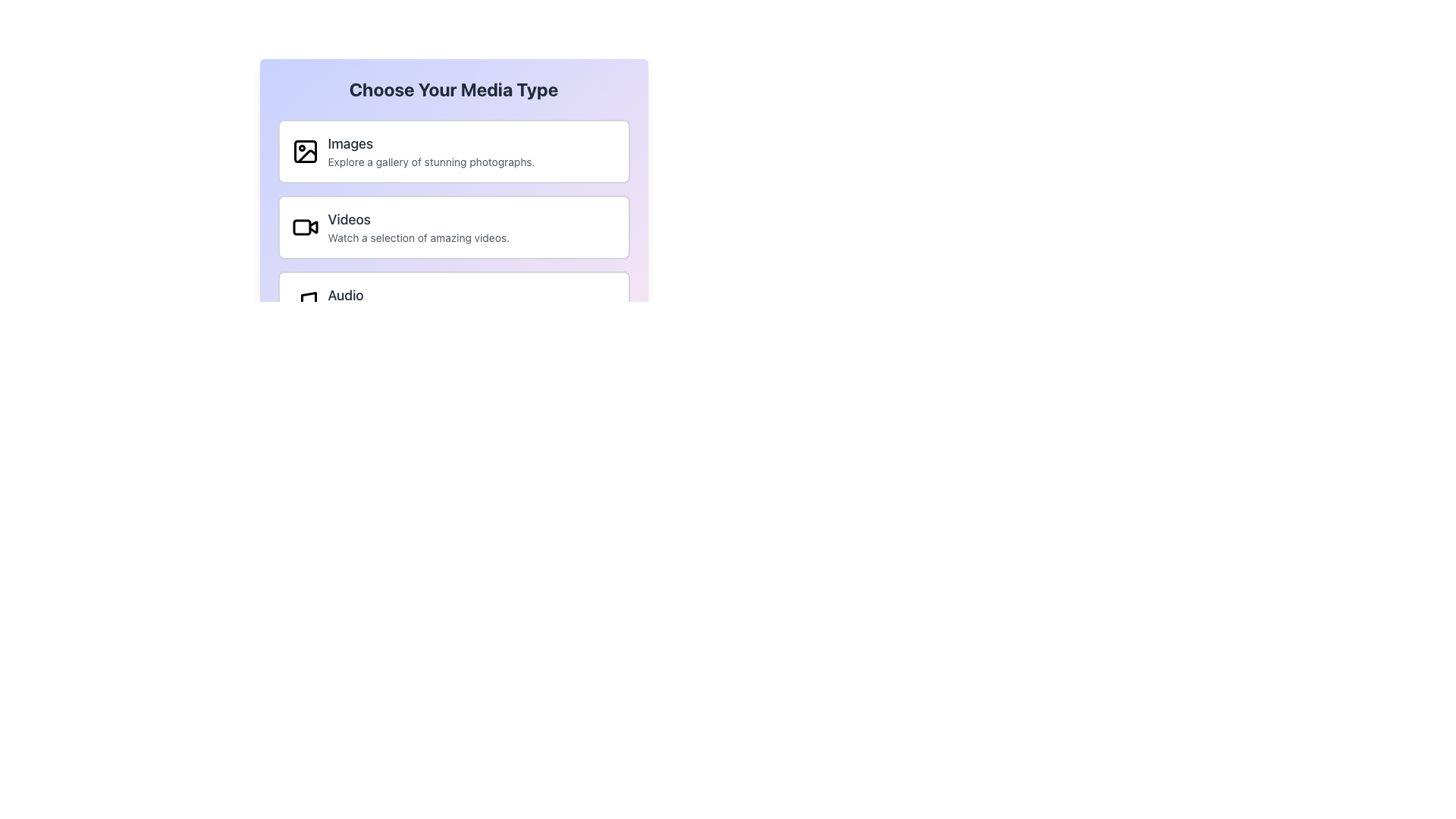 The width and height of the screenshot is (1456, 819). I want to click on descriptive text label that says 'Watch a selection of amazing videos.' positioned below the title 'Videos', so click(419, 237).